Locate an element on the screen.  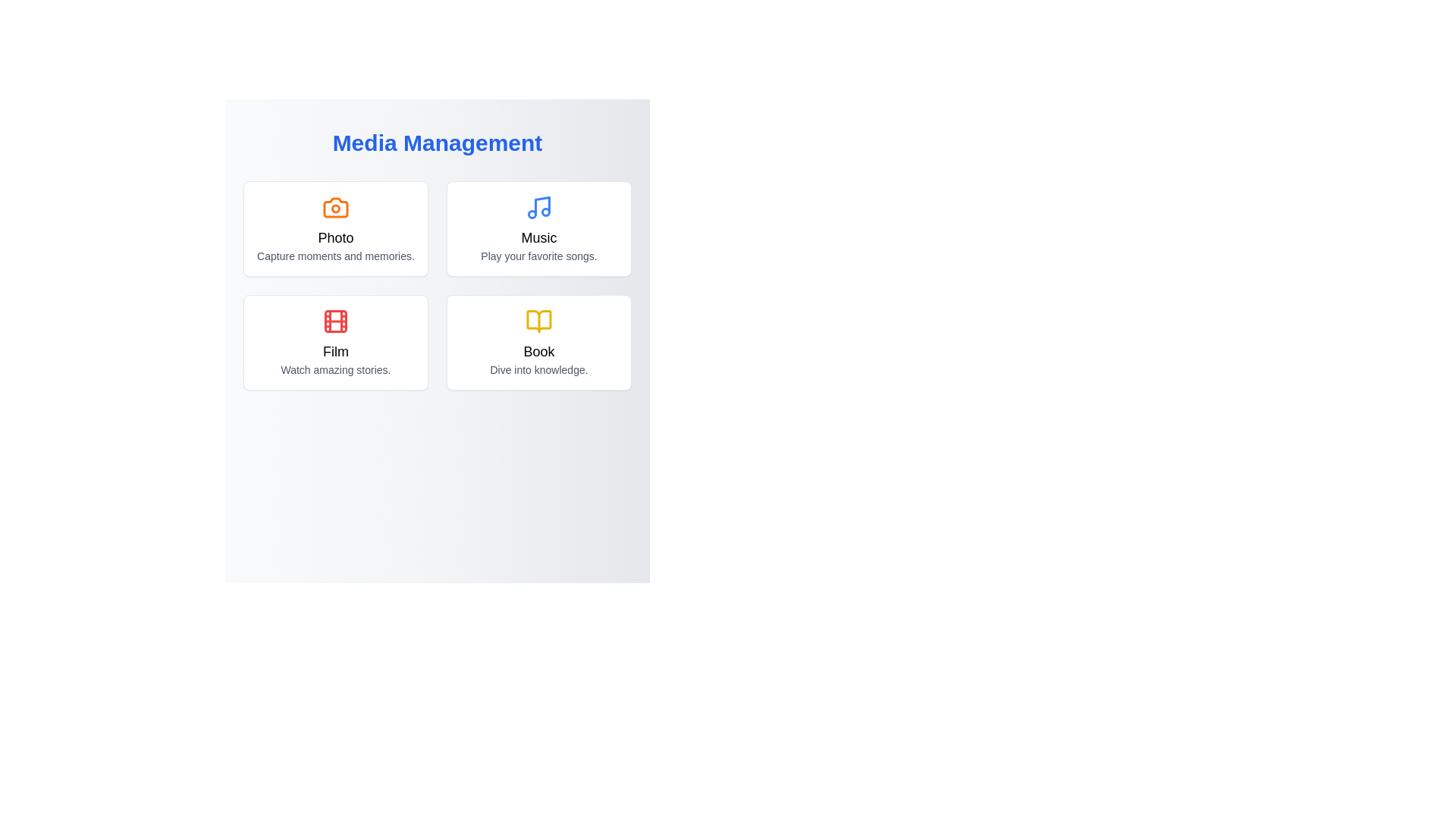
the button for managing photos located in the top-left quadrant of the Media Management interface is located at coordinates (334, 228).